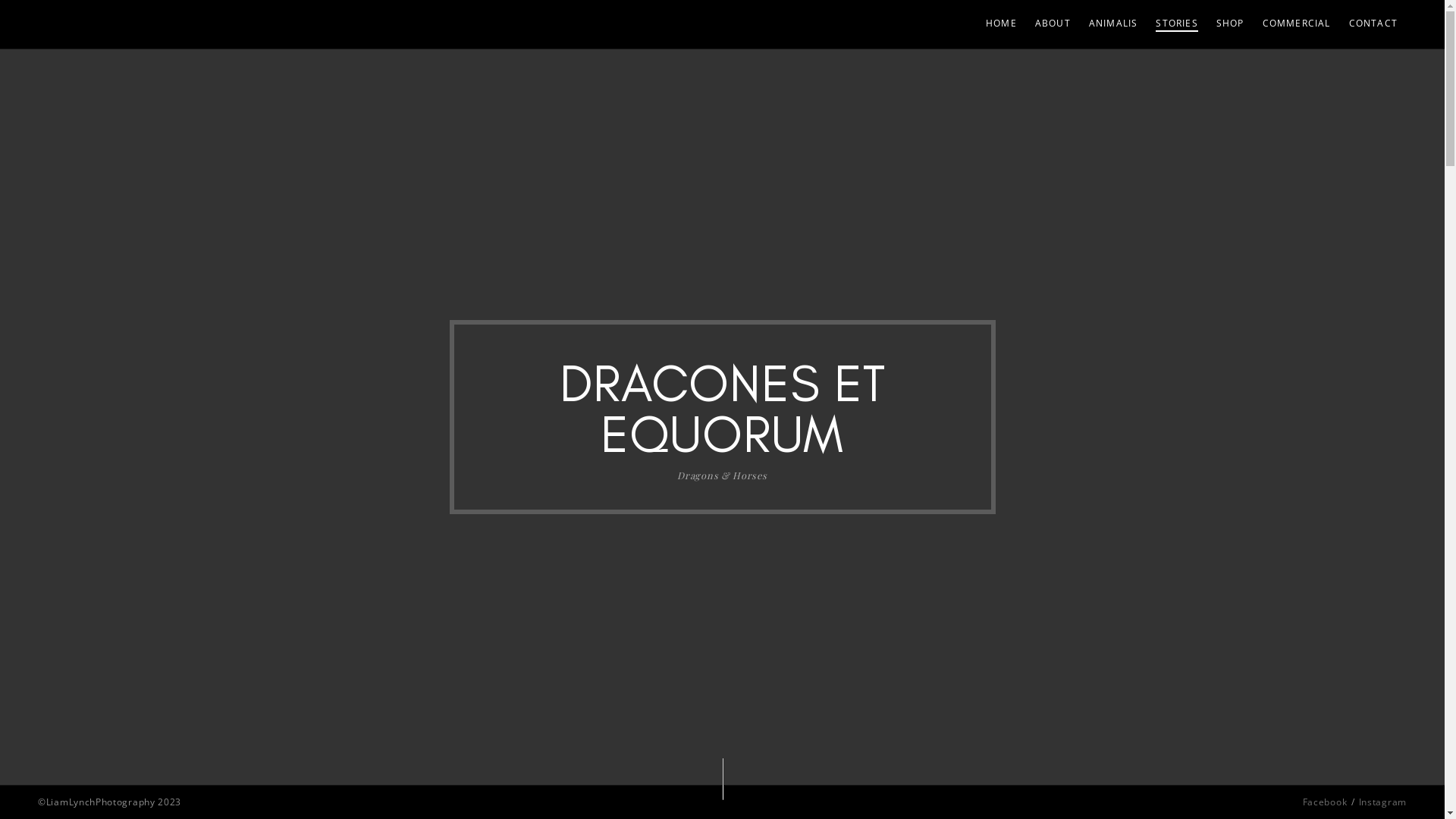 Image resolution: width=1456 pixels, height=819 pixels. I want to click on 'STORIES', so click(1175, 24).